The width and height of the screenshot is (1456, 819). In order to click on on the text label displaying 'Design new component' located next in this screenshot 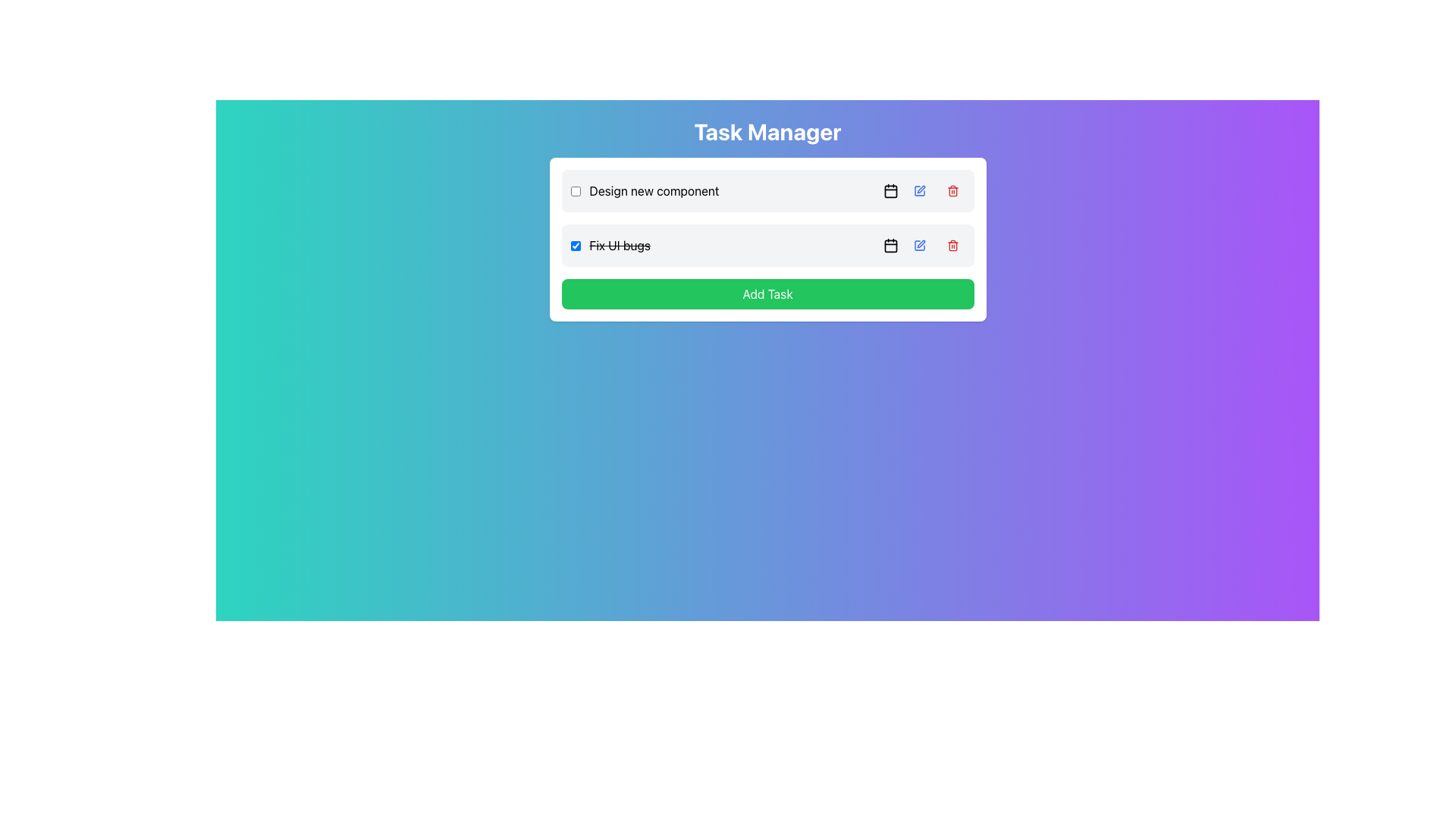, I will do `click(654, 190)`.